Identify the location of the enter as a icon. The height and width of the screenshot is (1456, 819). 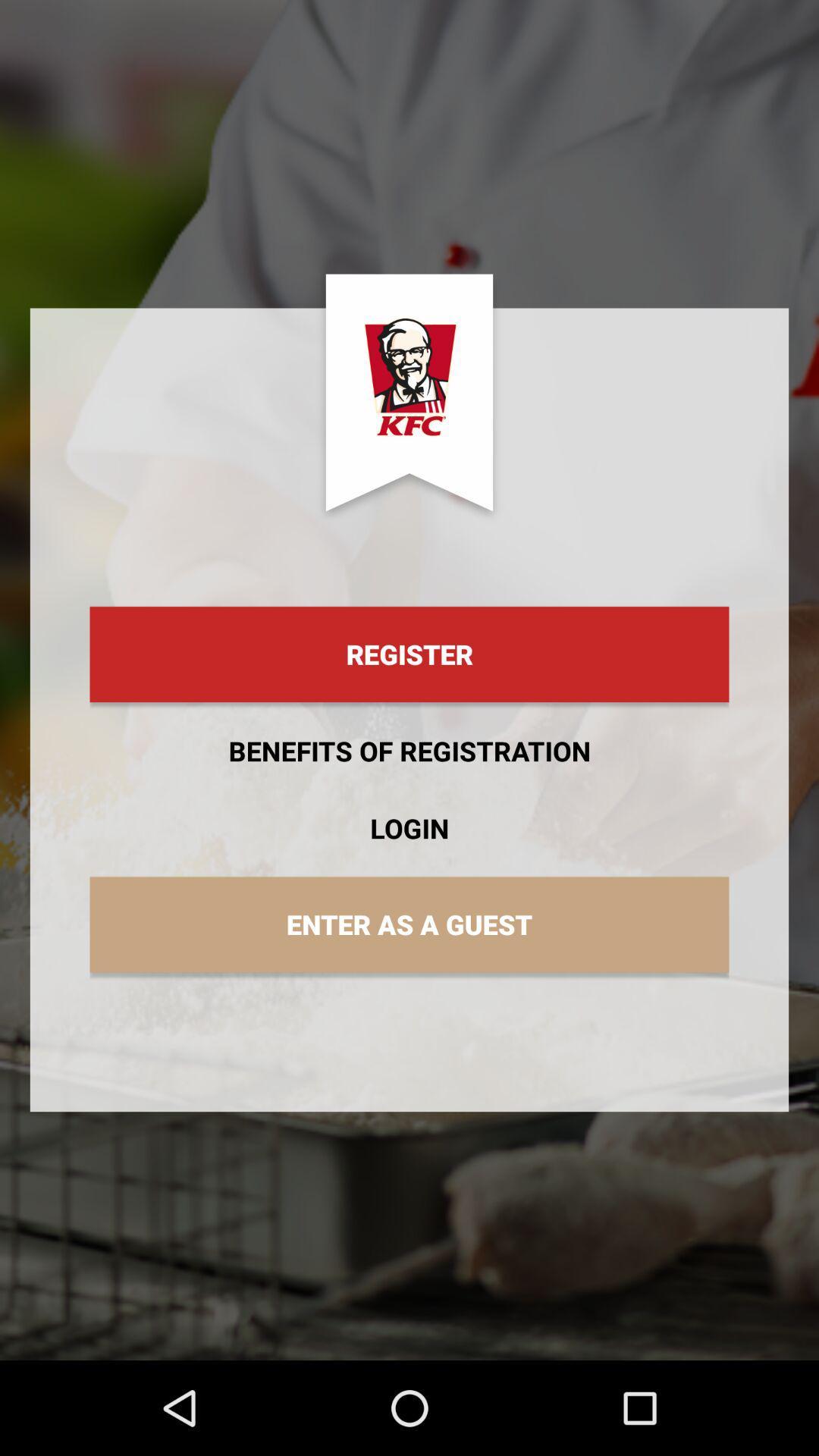
(409, 924).